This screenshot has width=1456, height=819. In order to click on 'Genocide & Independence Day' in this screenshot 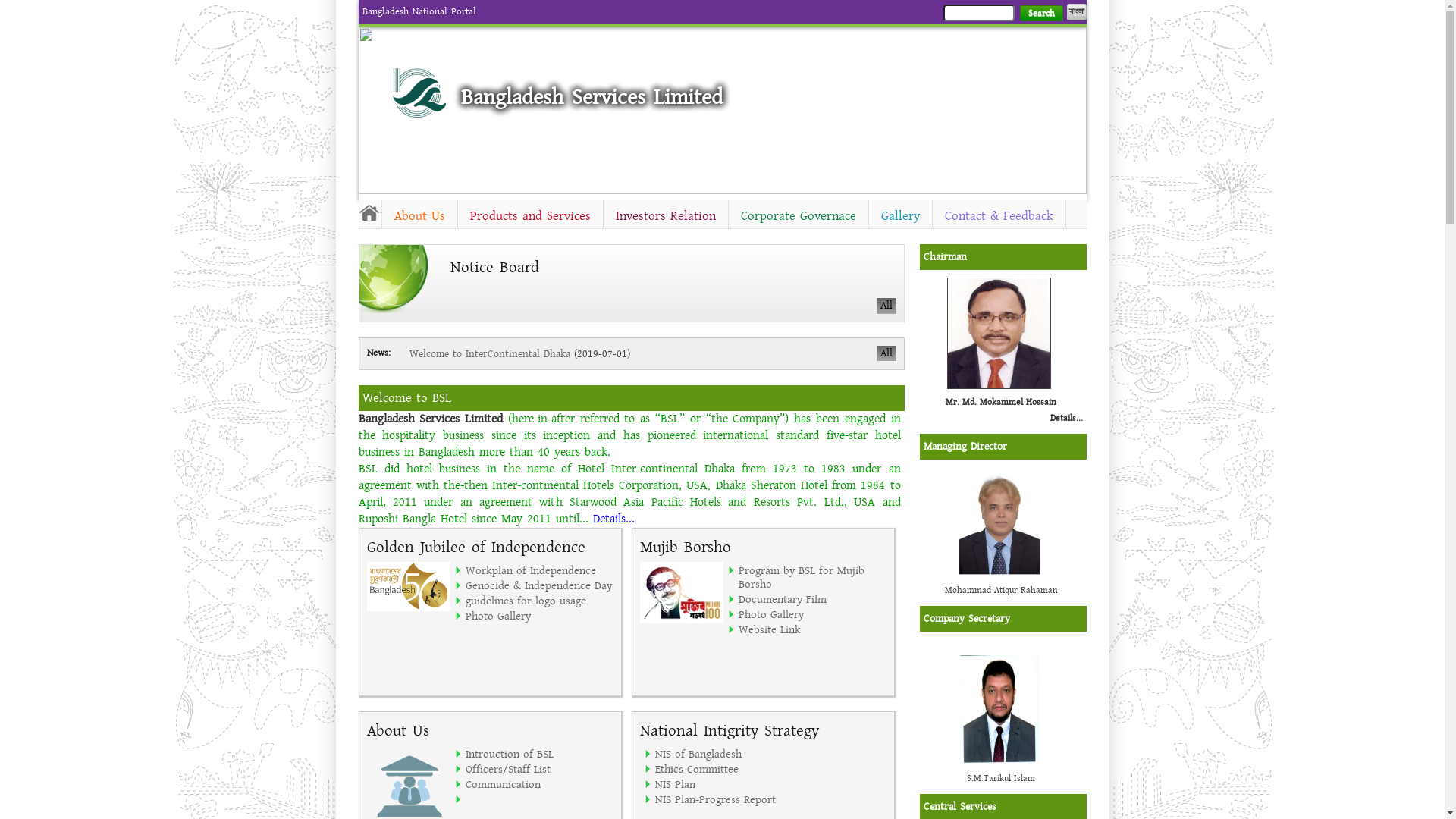, I will do `click(539, 584)`.